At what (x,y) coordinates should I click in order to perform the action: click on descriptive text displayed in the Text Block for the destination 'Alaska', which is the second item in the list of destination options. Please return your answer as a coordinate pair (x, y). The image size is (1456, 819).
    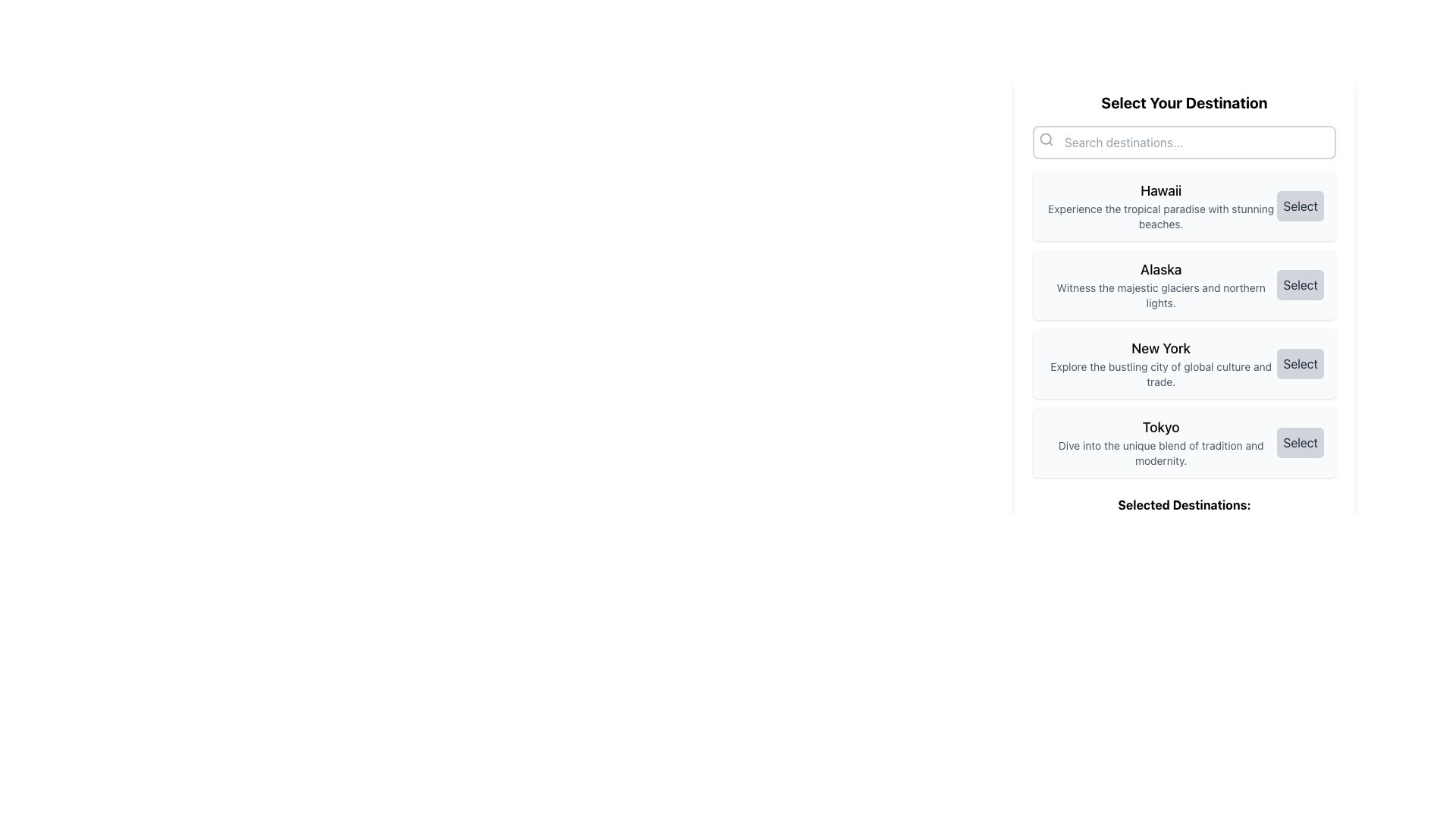
    Looking at the image, I should click on (1160, 284).